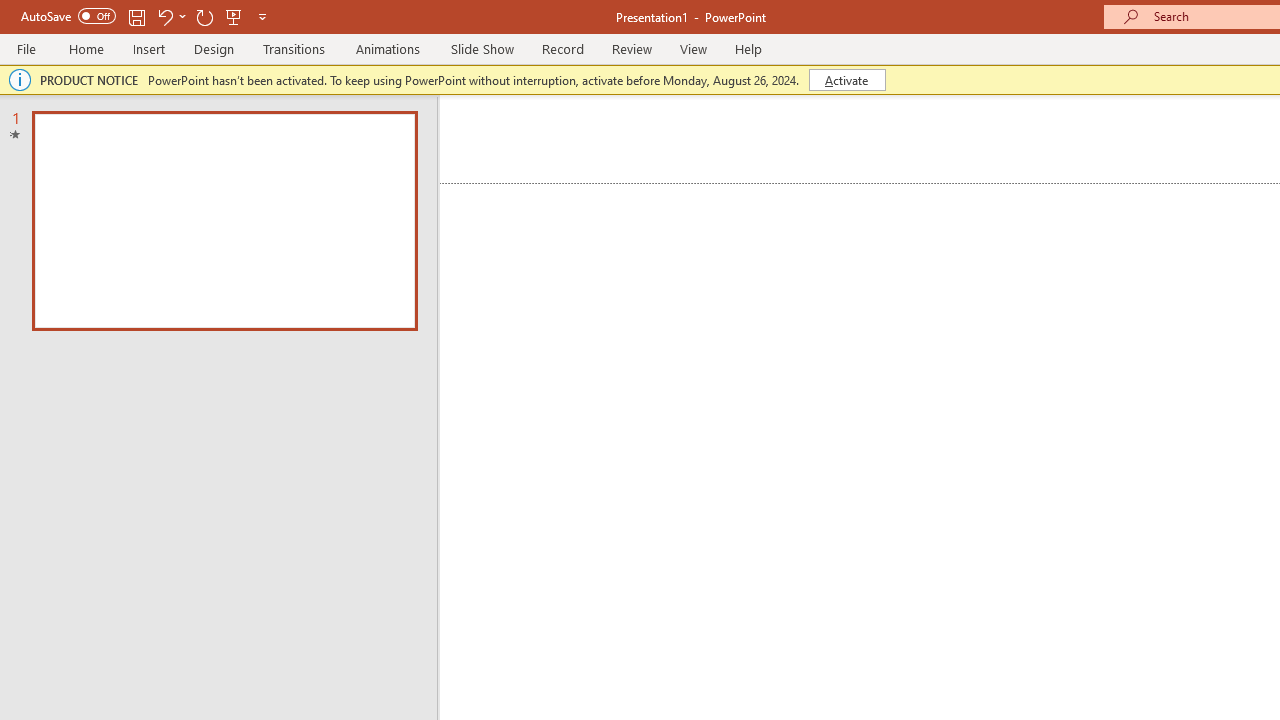 The height and width of the screenshot is (720, 1280). I want to click on 'Insert', so click(148, 48).